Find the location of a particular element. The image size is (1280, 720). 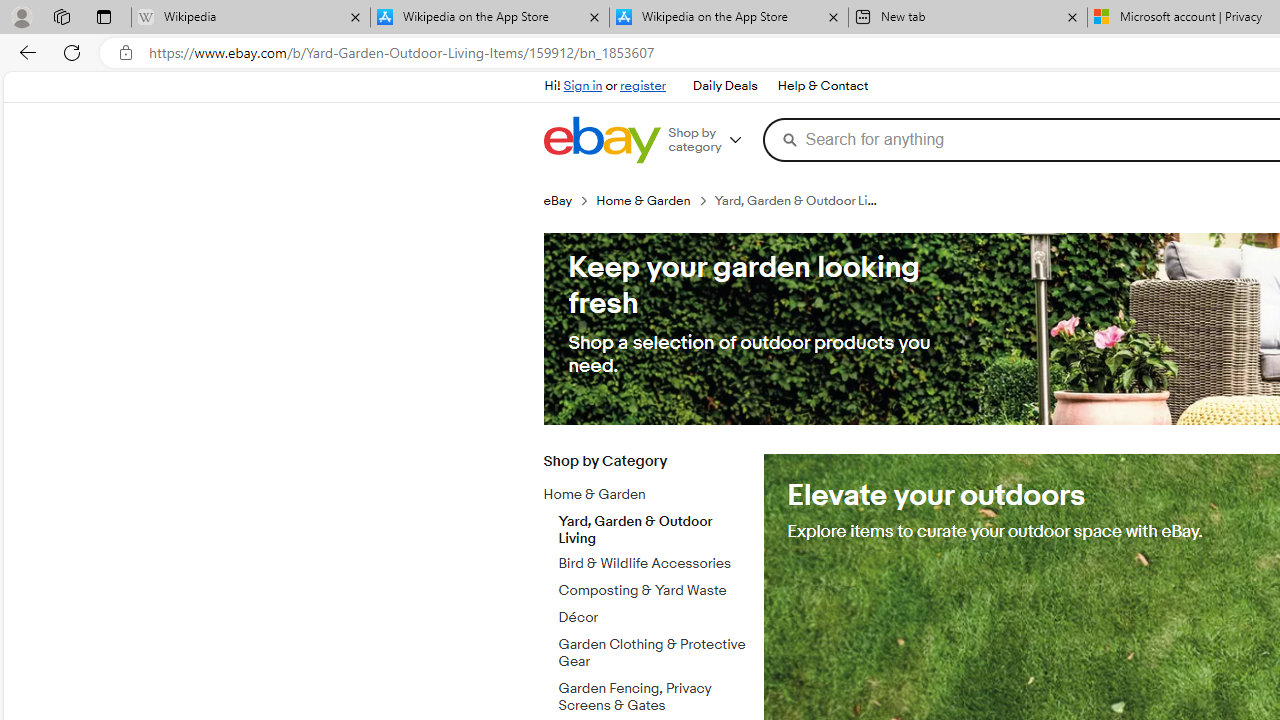

'Garden Fencing, Privacy Screens & Gates' is located at coordinates (653, 696).